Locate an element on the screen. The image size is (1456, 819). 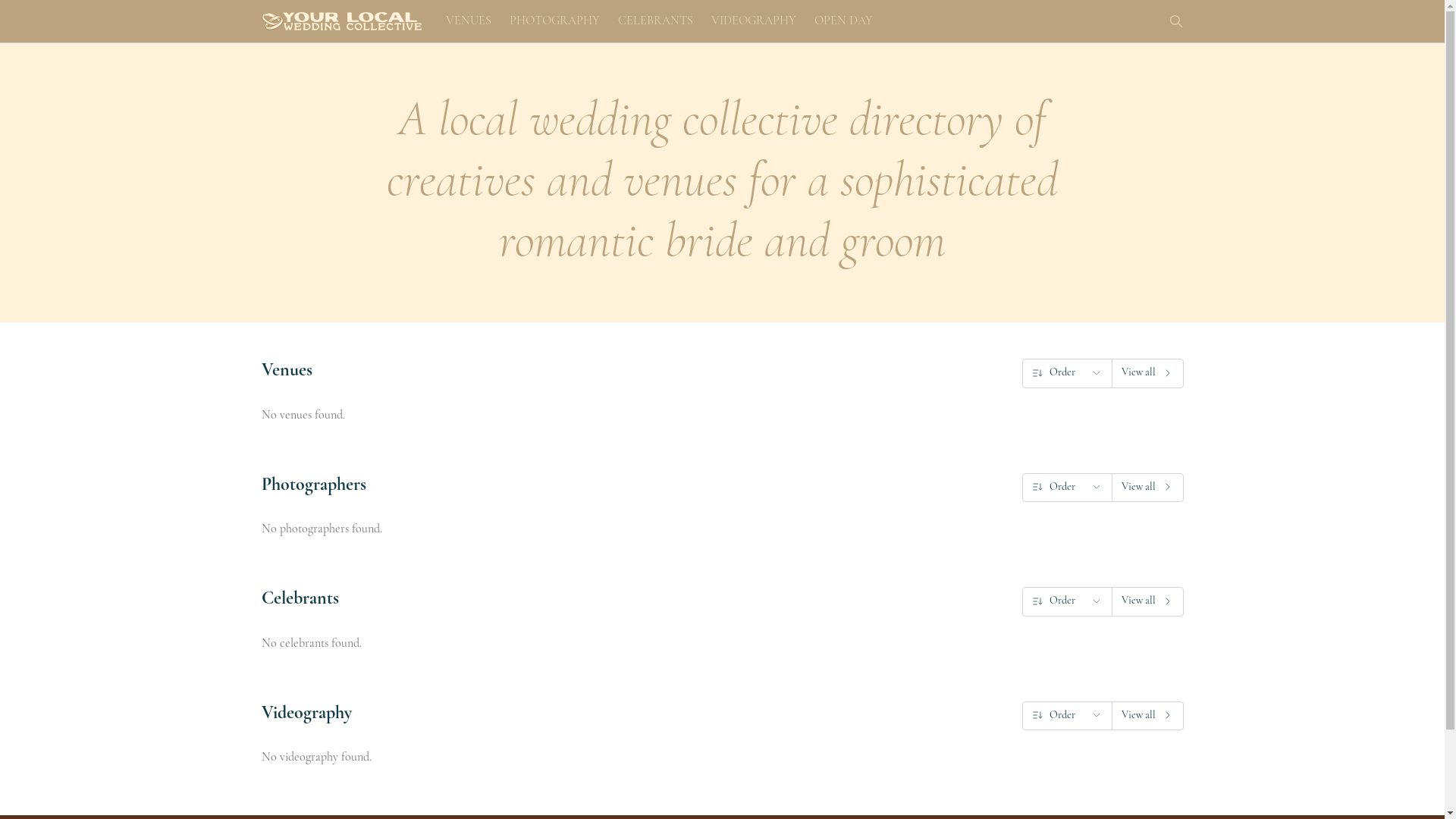
'VIDEOGRAPHY' is located at coordinates (708, 20).